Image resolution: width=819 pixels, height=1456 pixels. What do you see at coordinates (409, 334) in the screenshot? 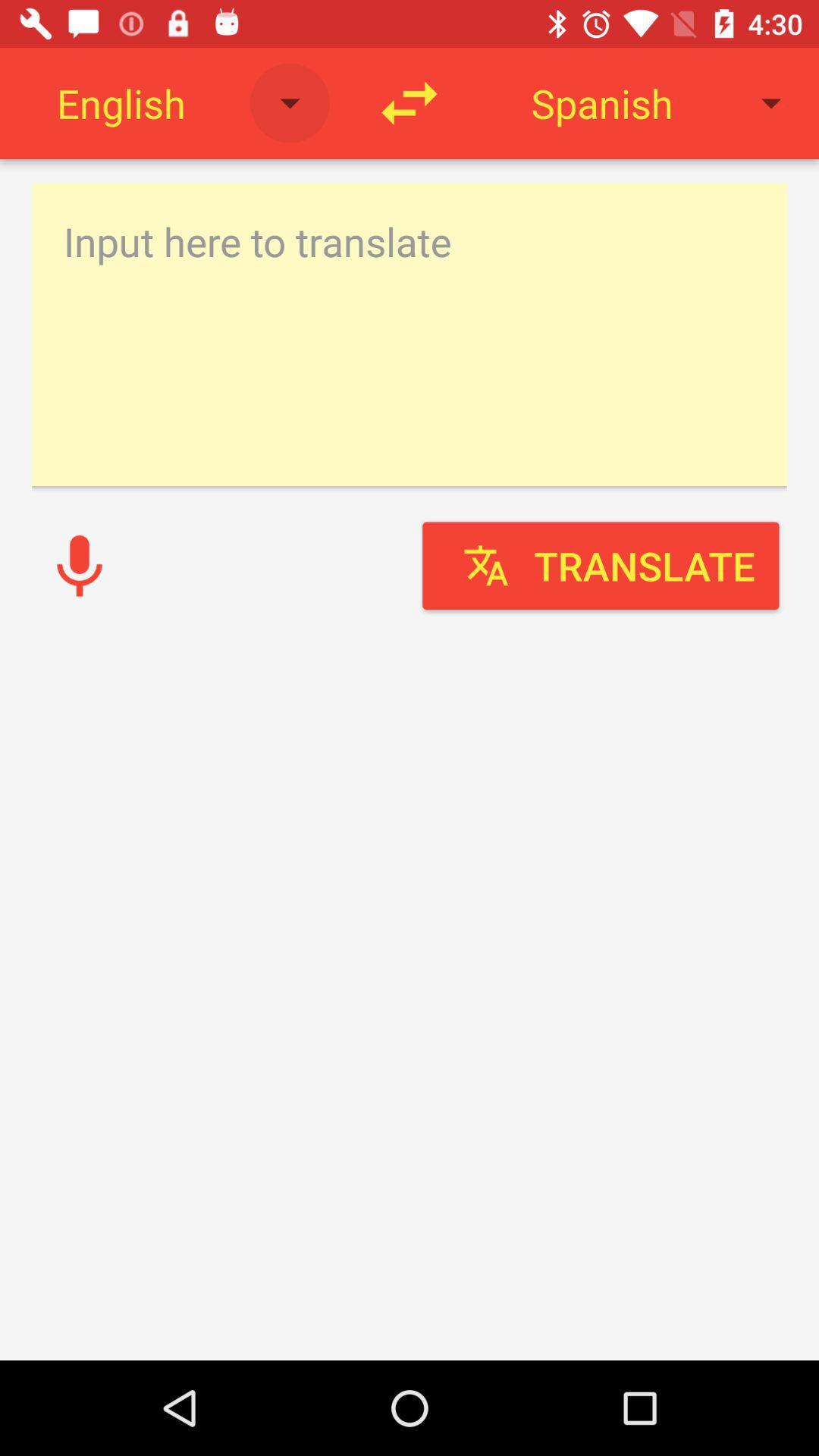
I see `text input` at bounding box center [409, 334].